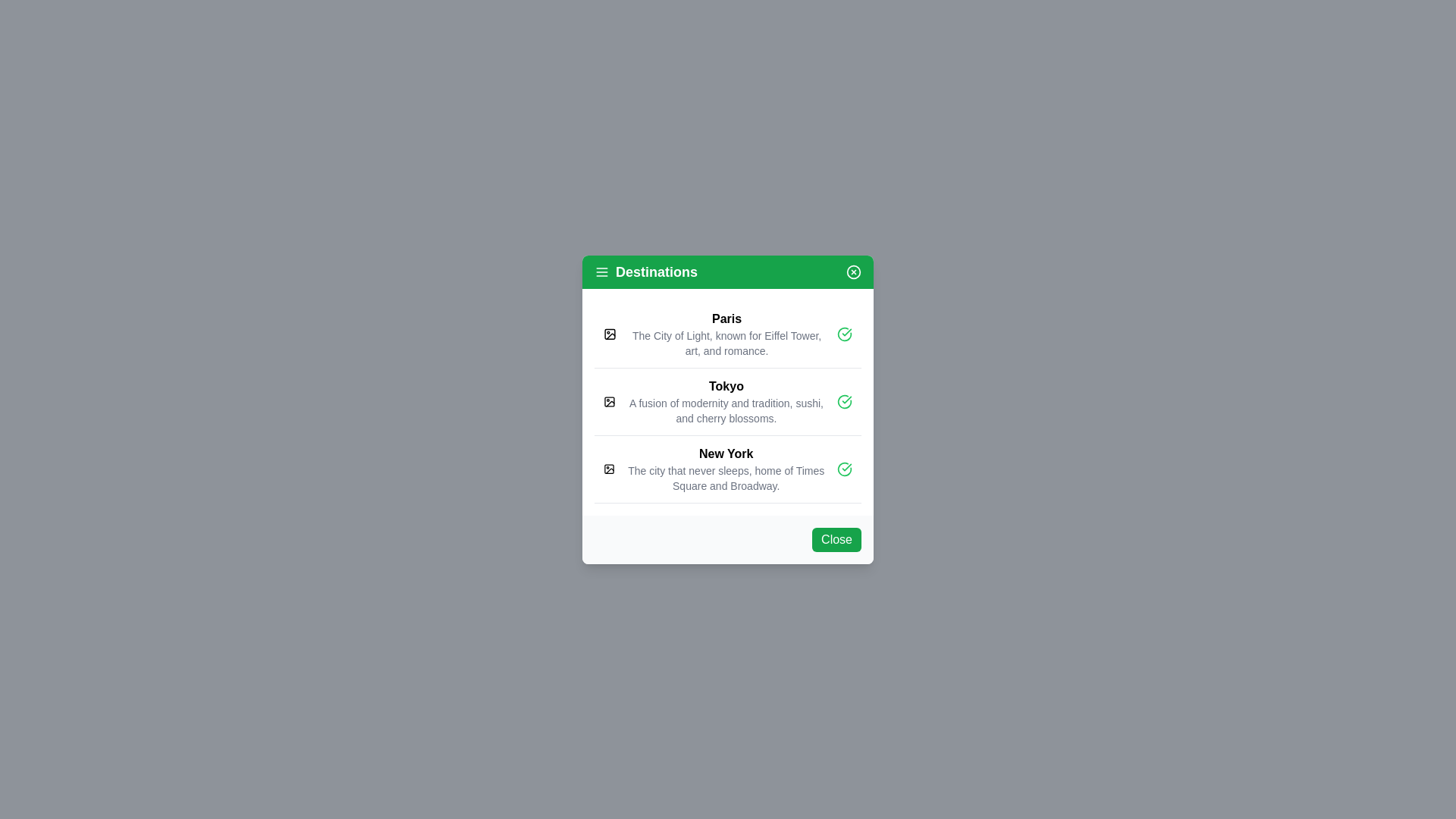 This screenshot has height=819, width=1456. I want to click on the circular close icon located in the top-right corner of the green bar containing 'Destinations', which features a centered cross mark, so click(854, 271).